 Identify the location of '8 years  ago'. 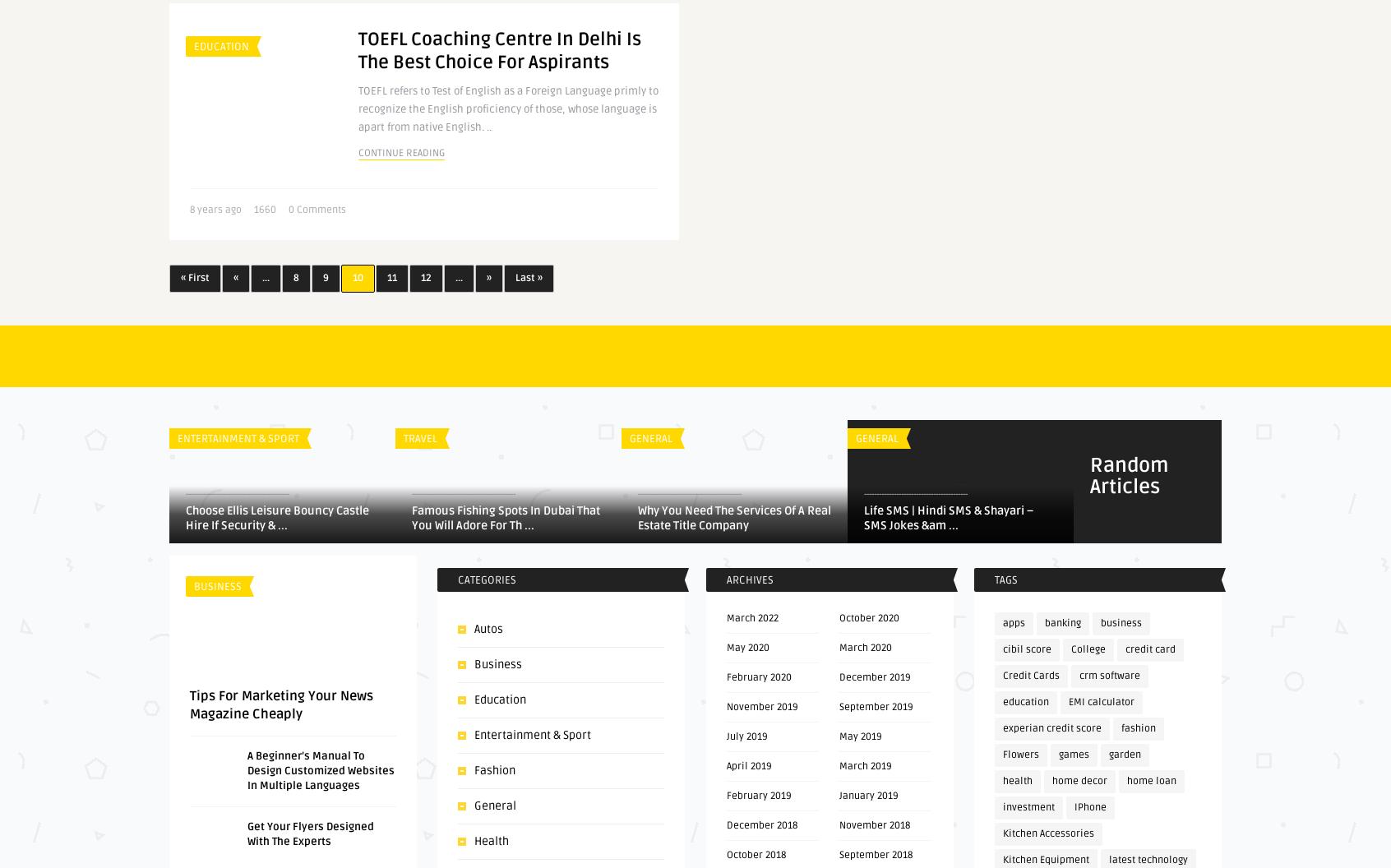
(215, 209).